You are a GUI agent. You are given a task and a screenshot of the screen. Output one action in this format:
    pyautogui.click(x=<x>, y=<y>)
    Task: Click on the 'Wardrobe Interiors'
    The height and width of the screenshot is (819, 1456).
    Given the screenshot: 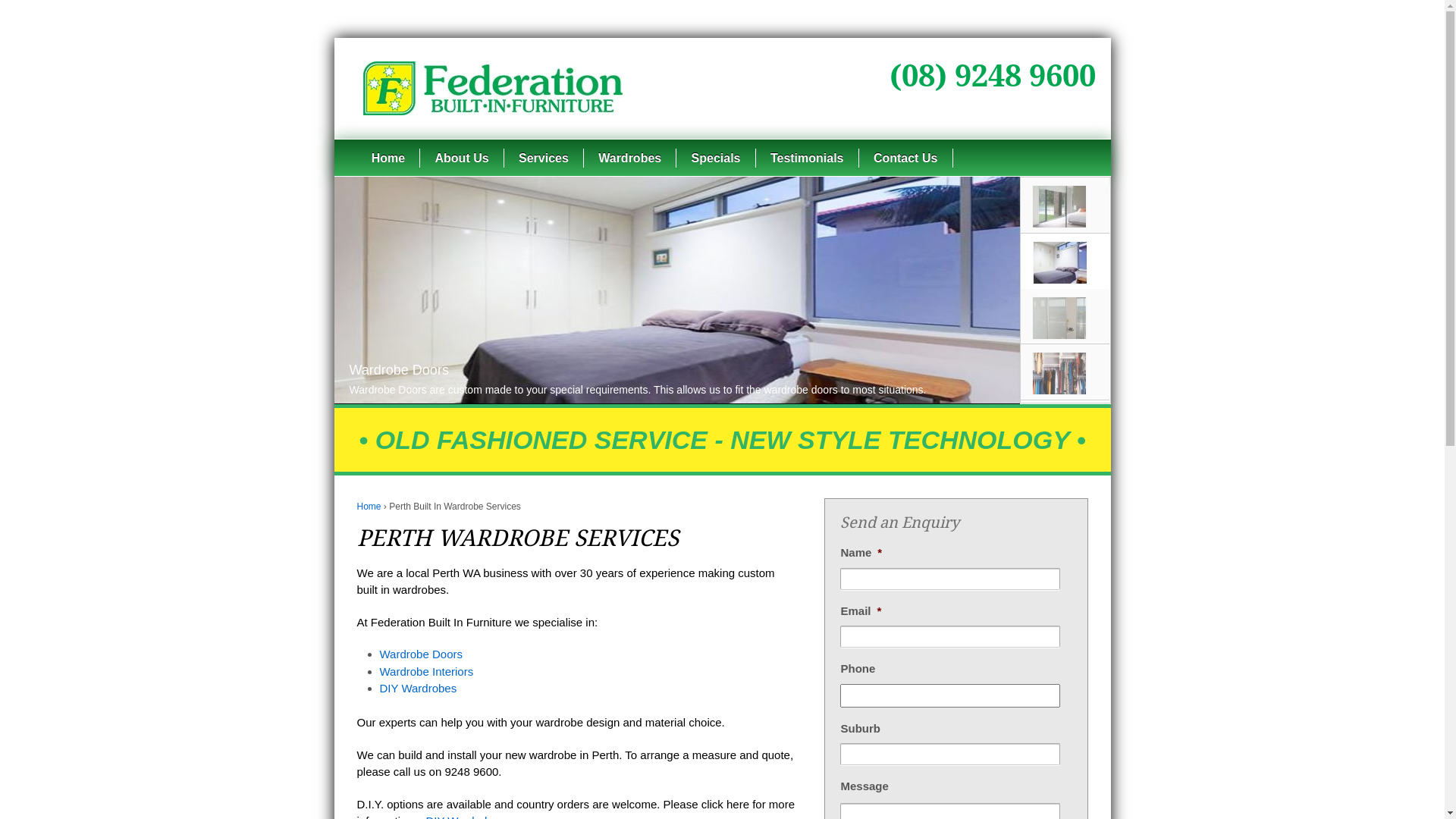 What is the action you would take?
    pyautogui.click(x=425, y=670)
    